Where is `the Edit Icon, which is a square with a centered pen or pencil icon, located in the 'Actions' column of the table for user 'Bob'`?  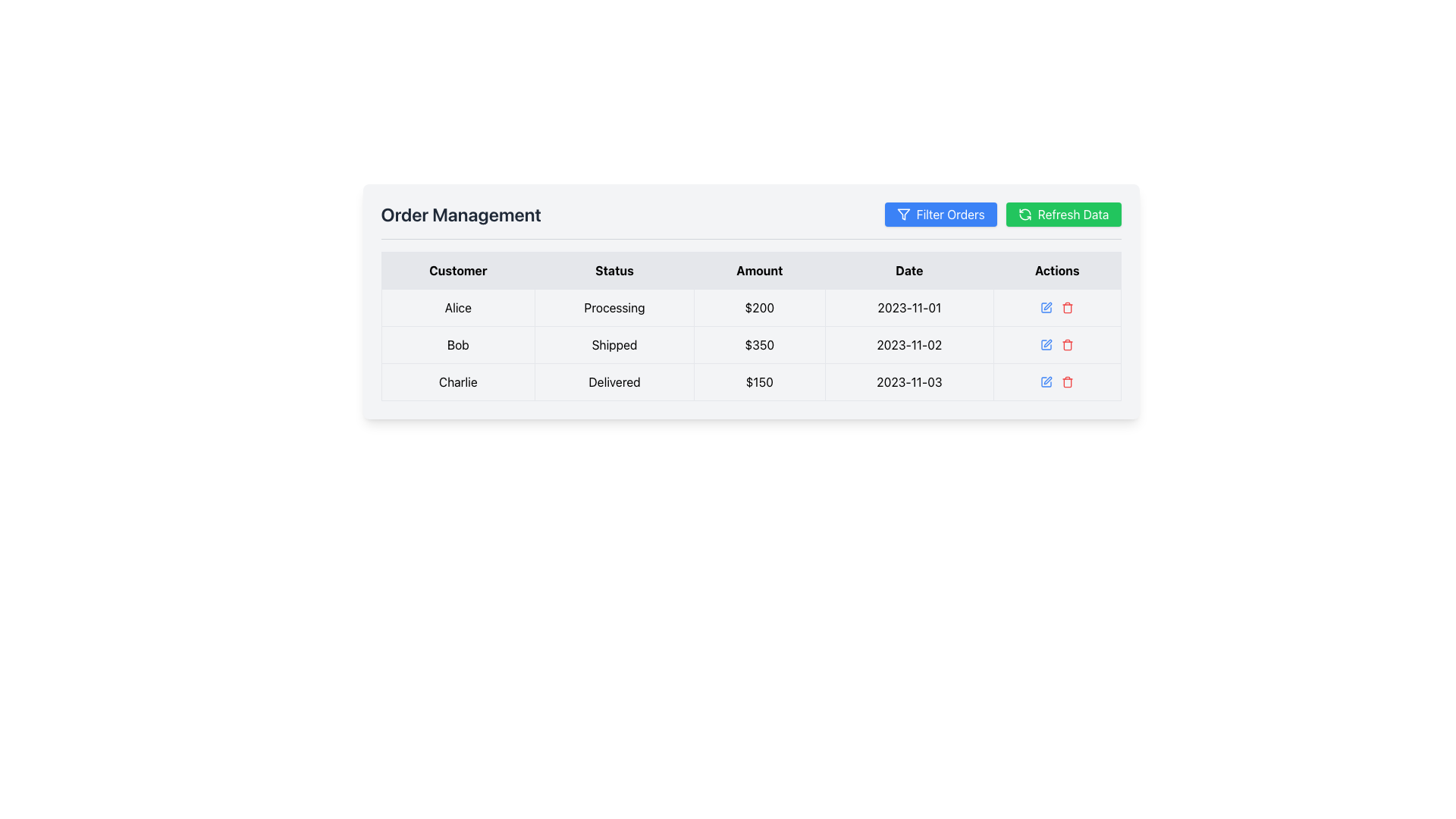 the Edit Icon, which is a square with a centered pen or pencil icon, located in the 'Actions' column of the table for user 'Bob' is located at coordinates (1046, 307).